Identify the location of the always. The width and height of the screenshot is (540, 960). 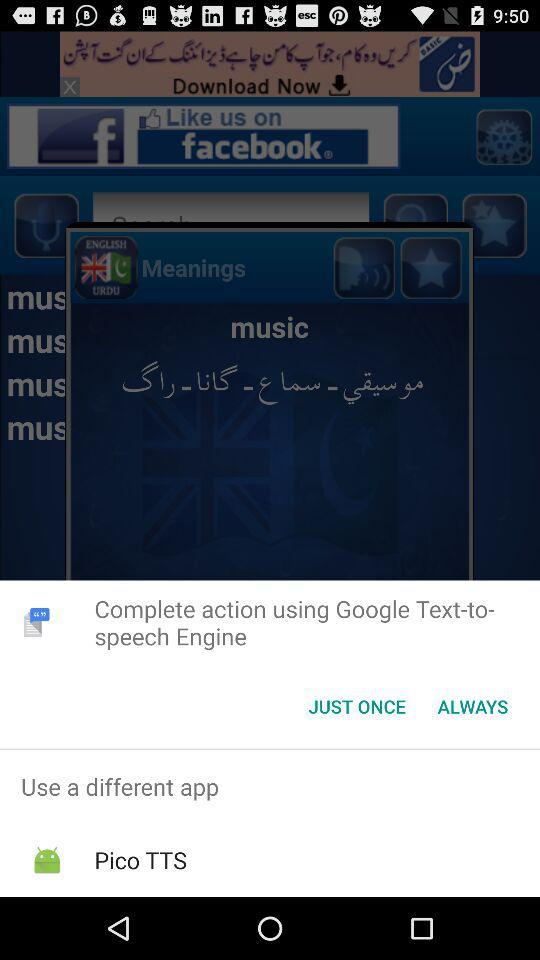
(472, 706).